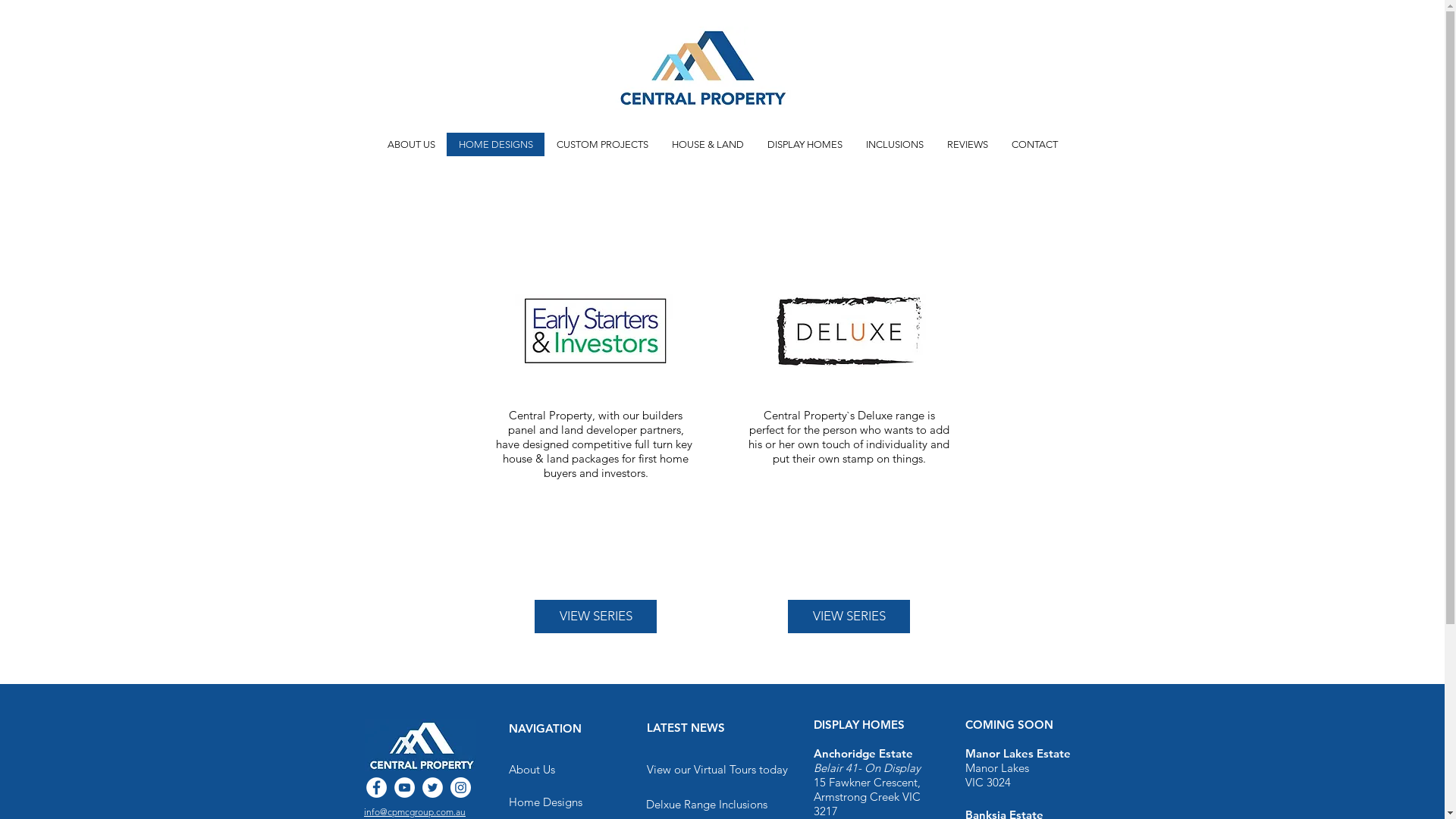 This screenshot has width=1456, height=819. What do you see at coordinates (595, 617) in the screenshot?
I see `'VIEW SERIES'` at bounding box center [595, 617].